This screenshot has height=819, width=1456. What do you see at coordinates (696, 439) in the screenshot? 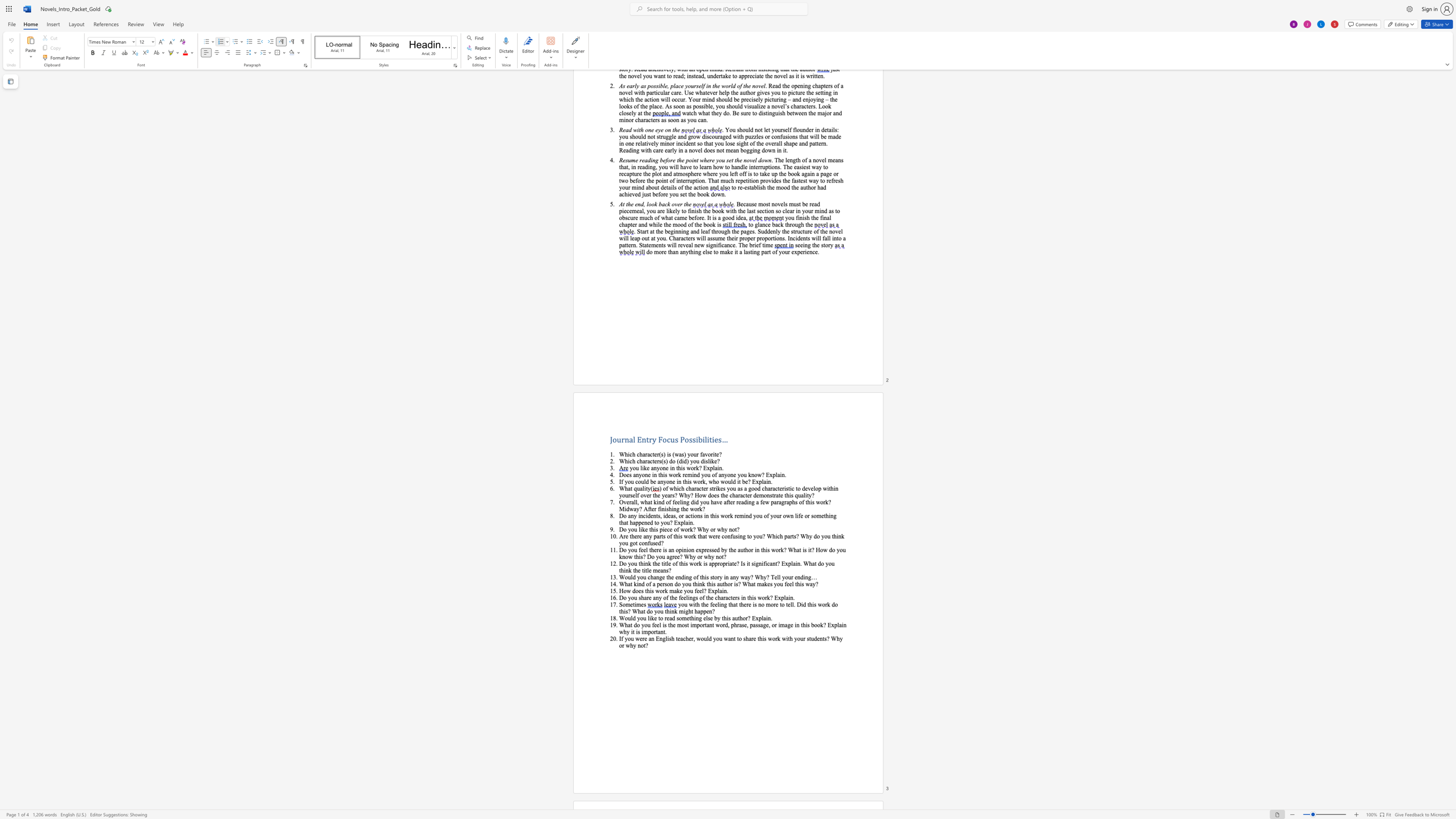
I see `the 1th character "i" in the text` at bounding box center [696, 439].